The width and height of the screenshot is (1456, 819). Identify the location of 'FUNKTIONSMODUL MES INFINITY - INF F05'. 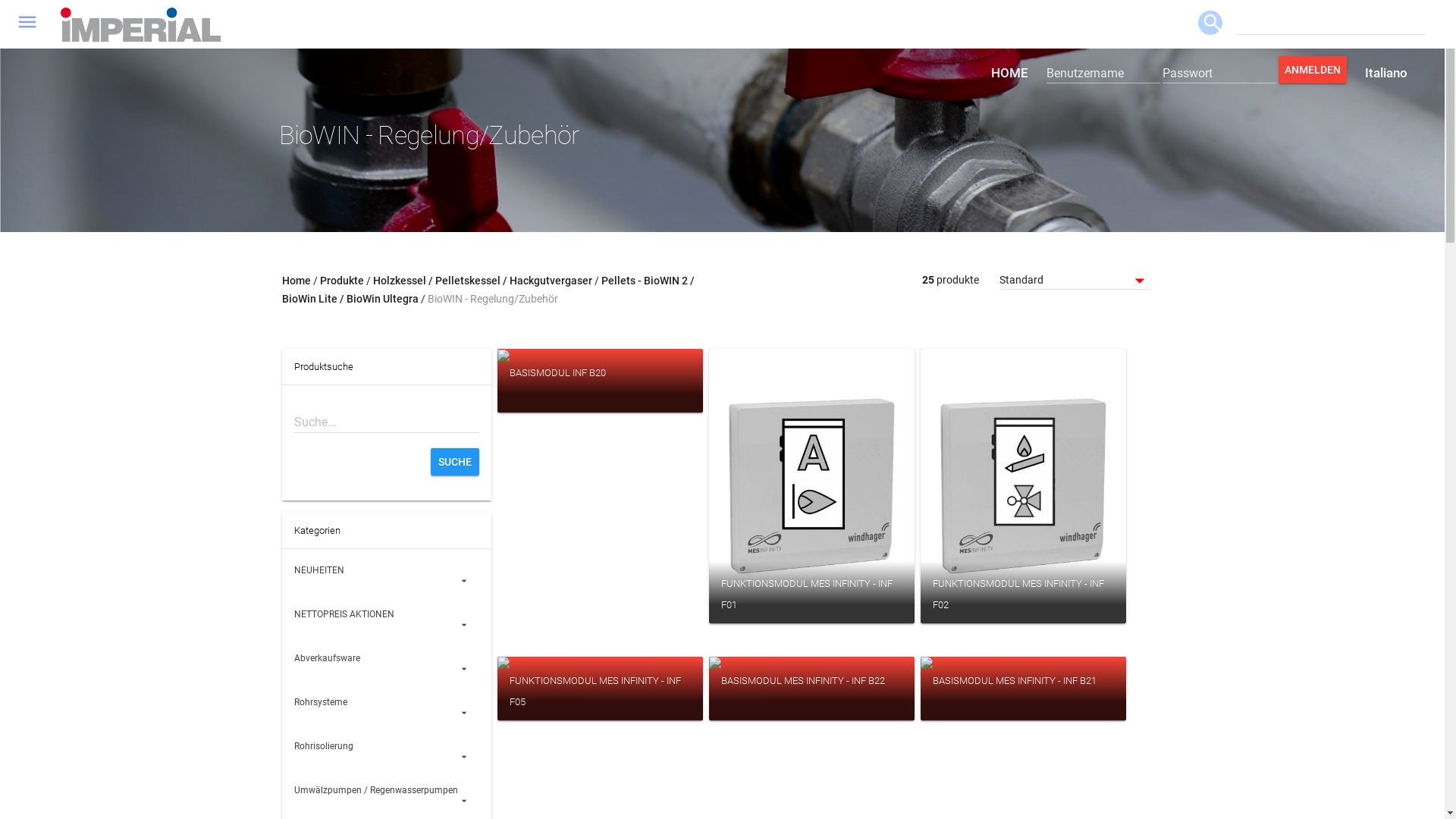
(599, 689).